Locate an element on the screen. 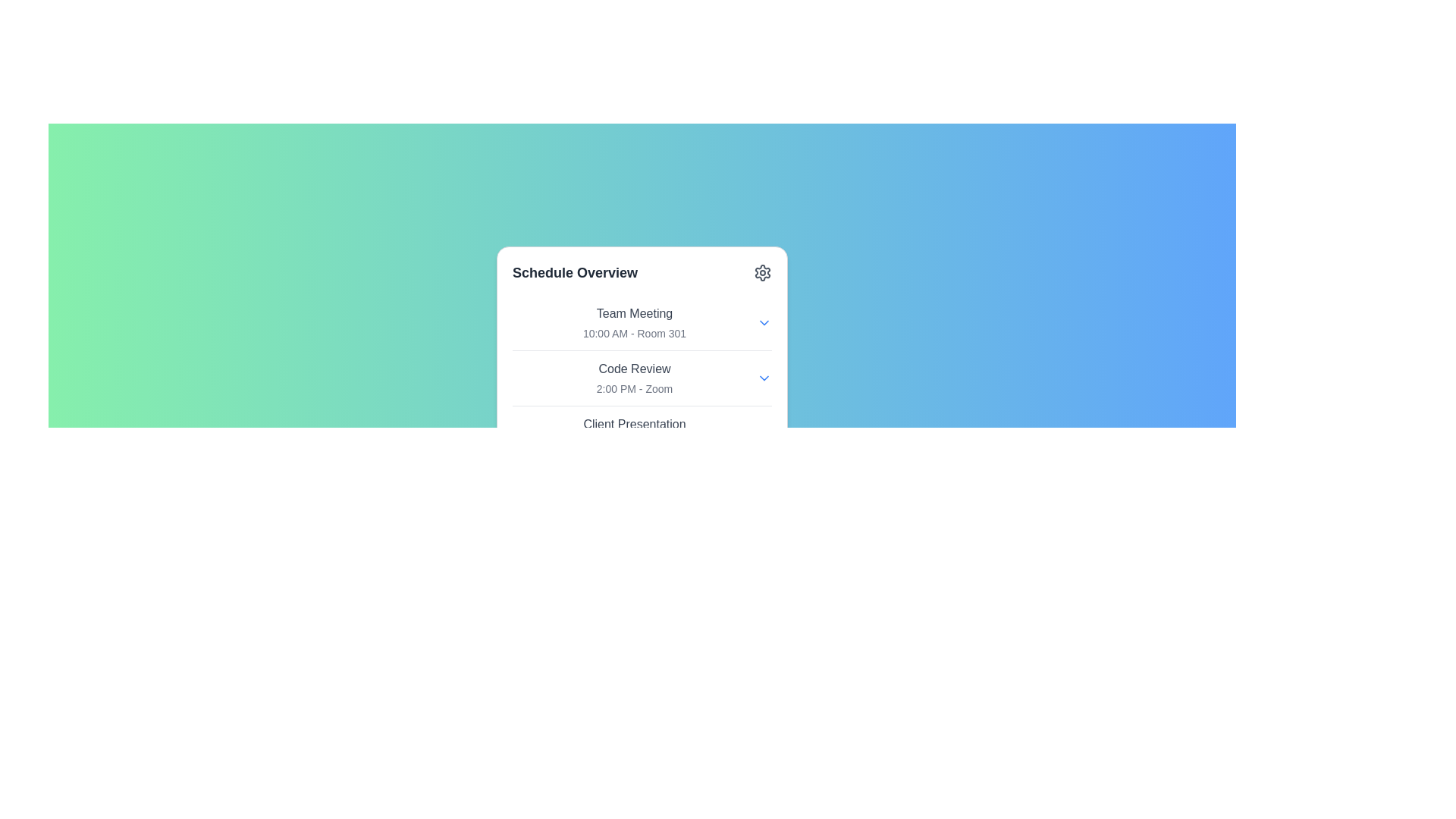 The height and width of the screenshot is (819, 1456). the Informational display block containing the text 'Code Review' and '2:00 PM - Zoom', which is located in the Schedule Overview section of the popup interface is located at coordinates (634, 377).